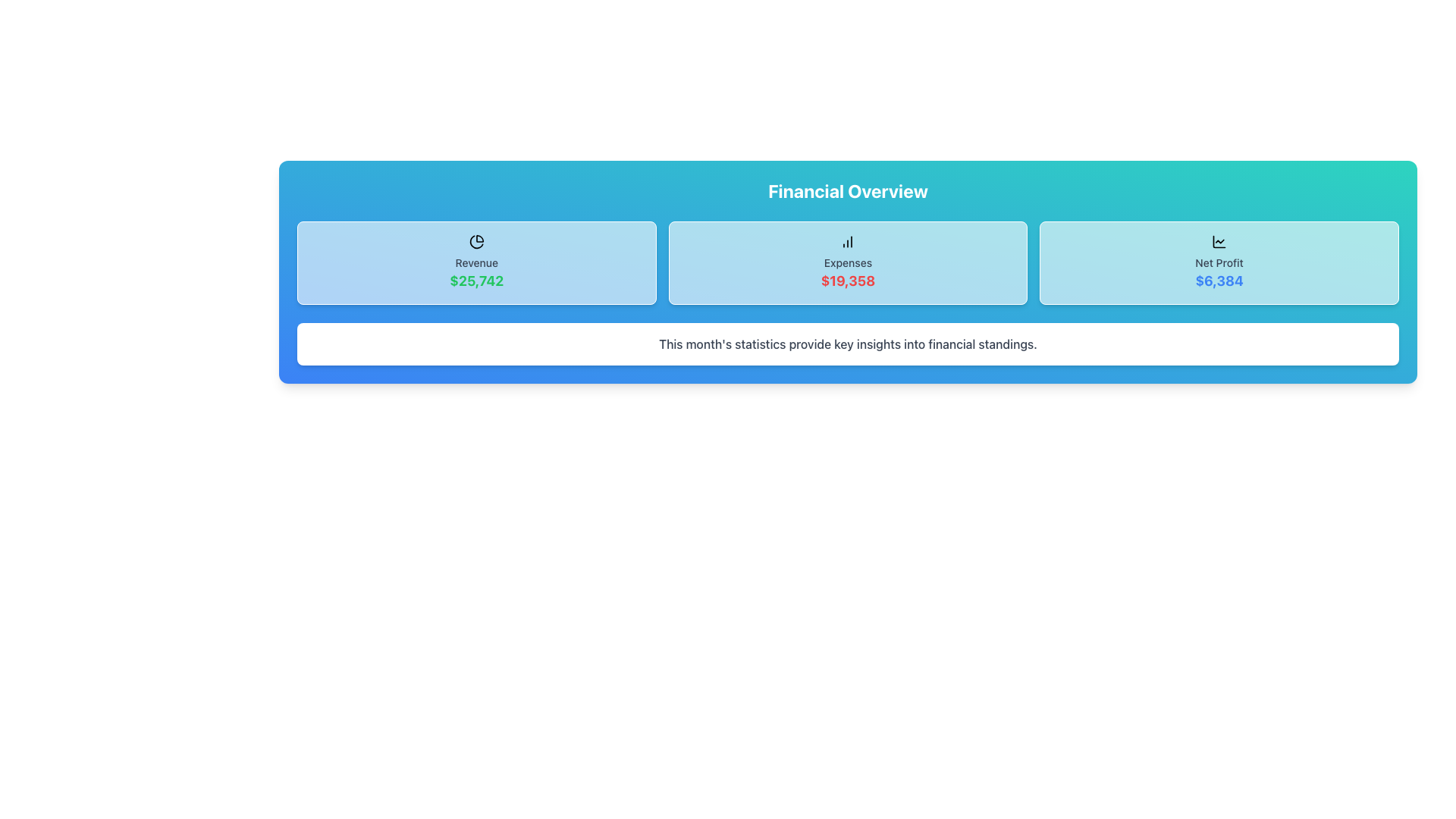 The height and width of the screenshot is (819, 1456). Describe the element at coordinates (847, 262) in the screenshot. I see `the 'Expenses' text label, which is styled in medium font, small size, and moderate gray color, located centrally above the monetary value of '$19,358' within a blue background card` at that location.